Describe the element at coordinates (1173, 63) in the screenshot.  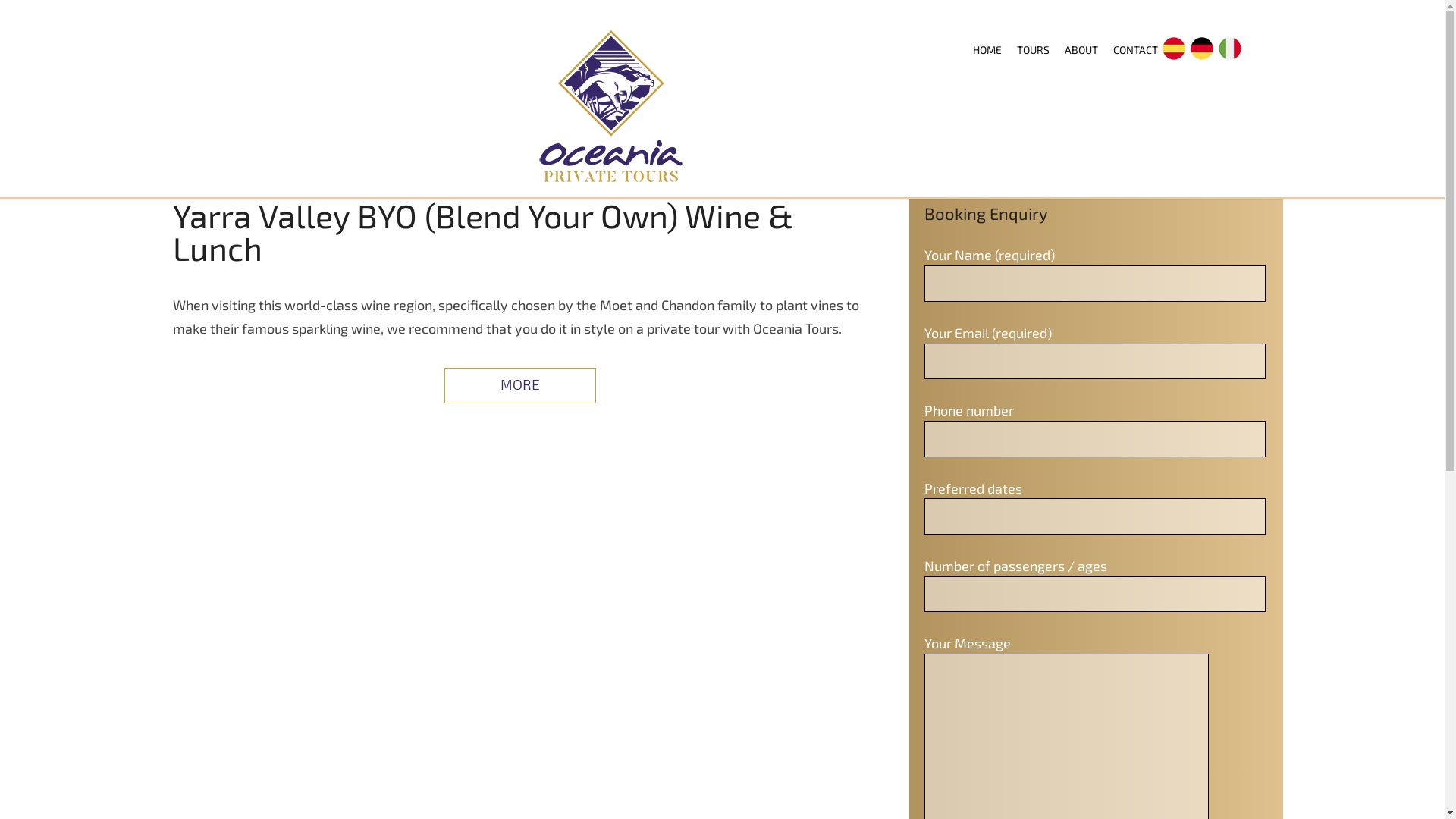
I see `'ES'` at that location.